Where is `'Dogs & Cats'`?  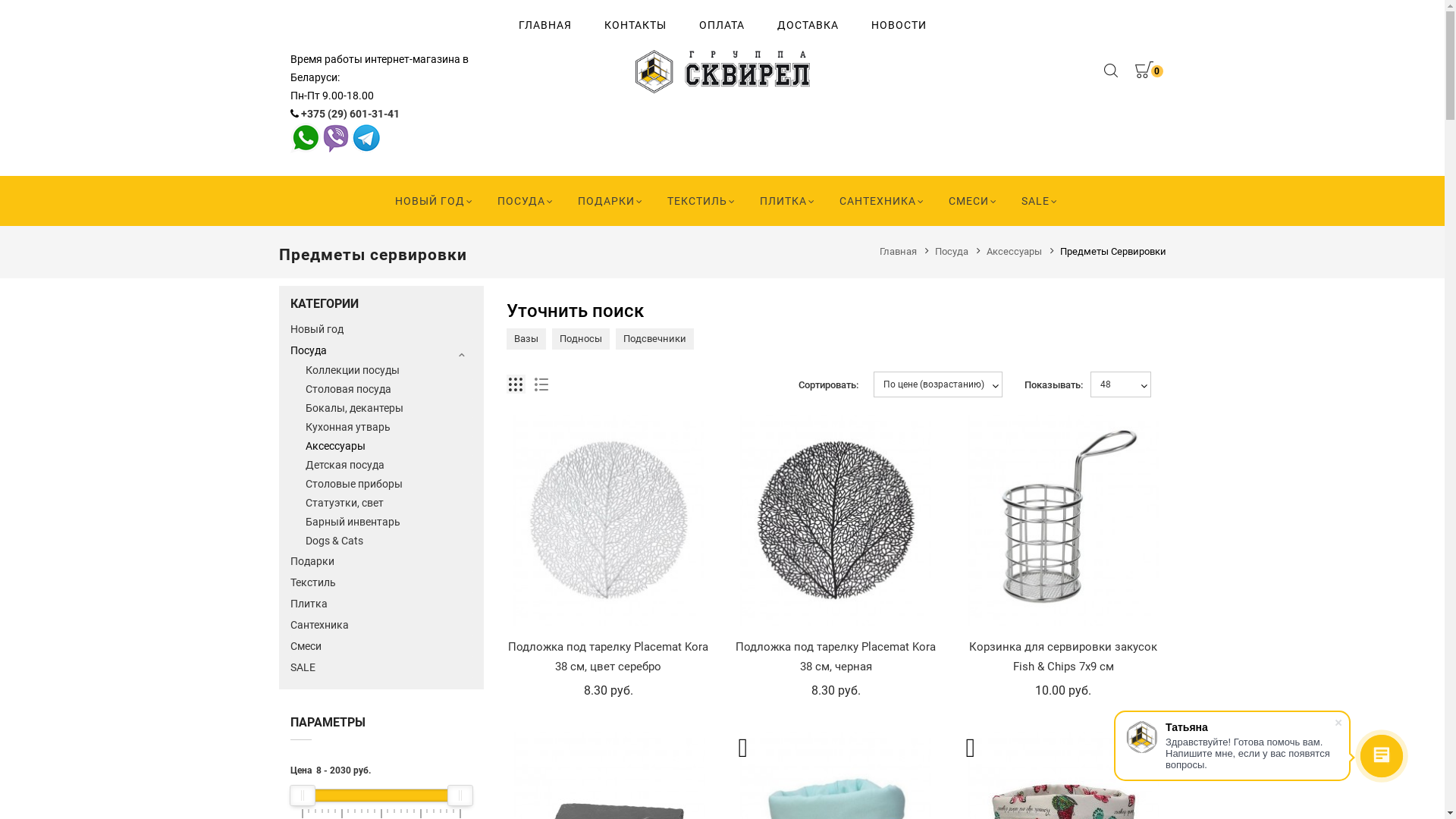 'Dogs & Cats' is located at coordinates (388, 540).